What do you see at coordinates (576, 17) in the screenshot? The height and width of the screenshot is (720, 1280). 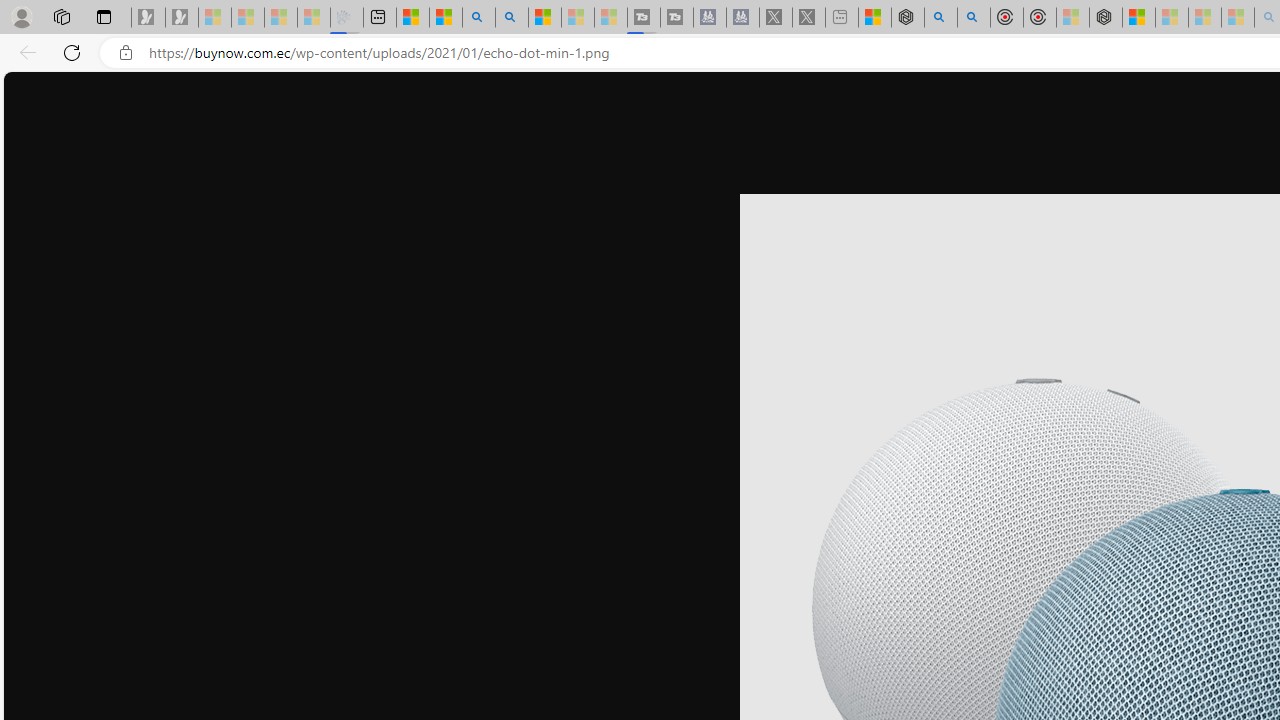 I see `'Microsoft Start - Sleeping'` at bounding box center [576, 17].